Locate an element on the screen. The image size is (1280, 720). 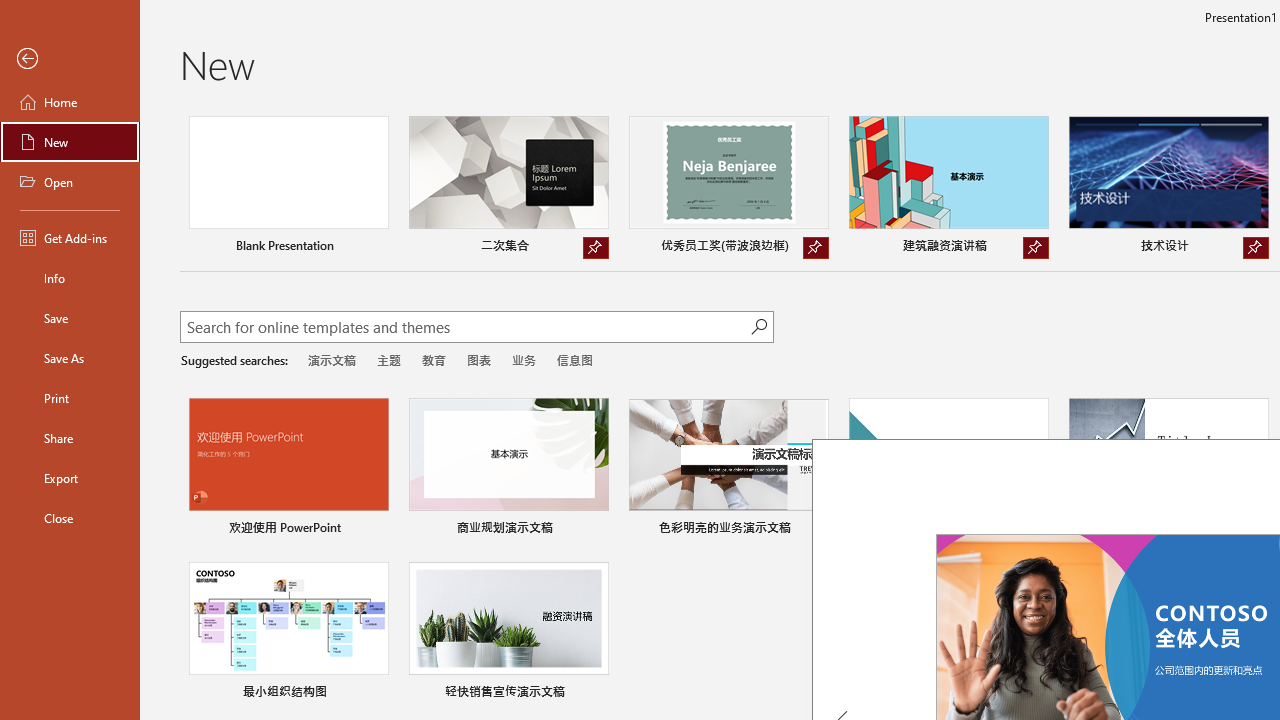
'Start searching' is located at coordinates (758, 325).